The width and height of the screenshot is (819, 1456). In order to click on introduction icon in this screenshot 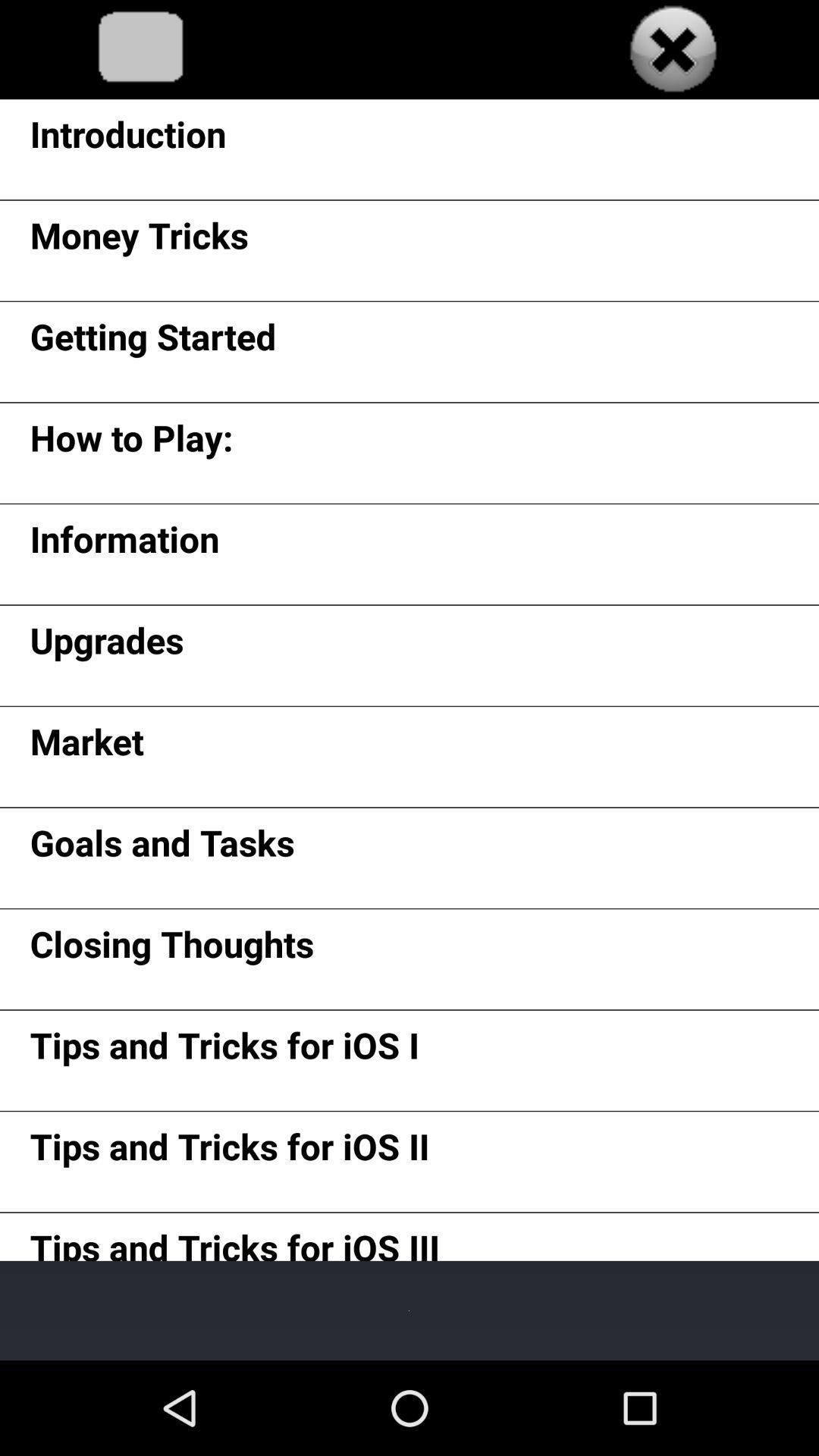, I will do `click(127, 140)`.